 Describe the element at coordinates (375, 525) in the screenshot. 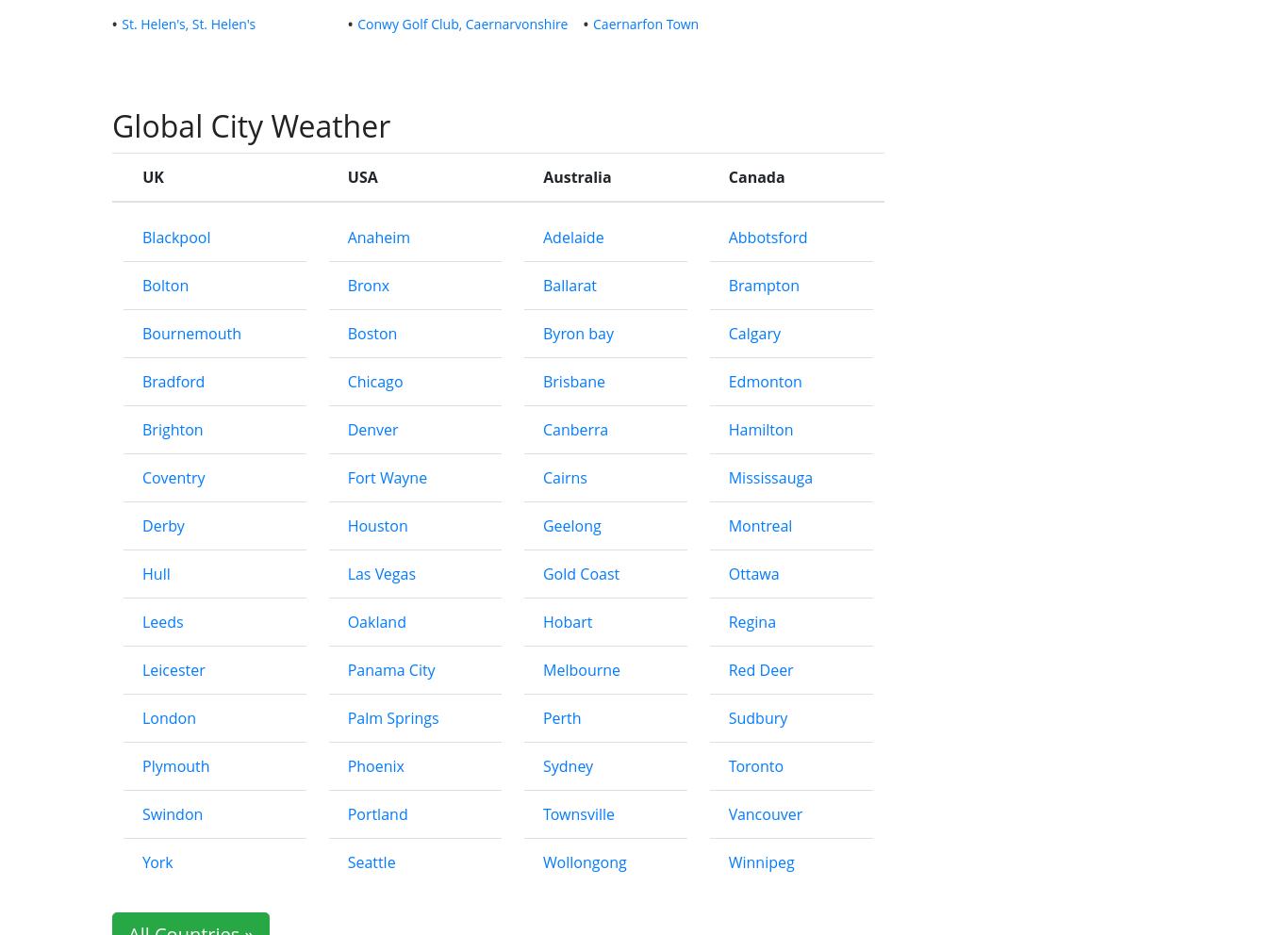

I see `'Houston'` at that location.